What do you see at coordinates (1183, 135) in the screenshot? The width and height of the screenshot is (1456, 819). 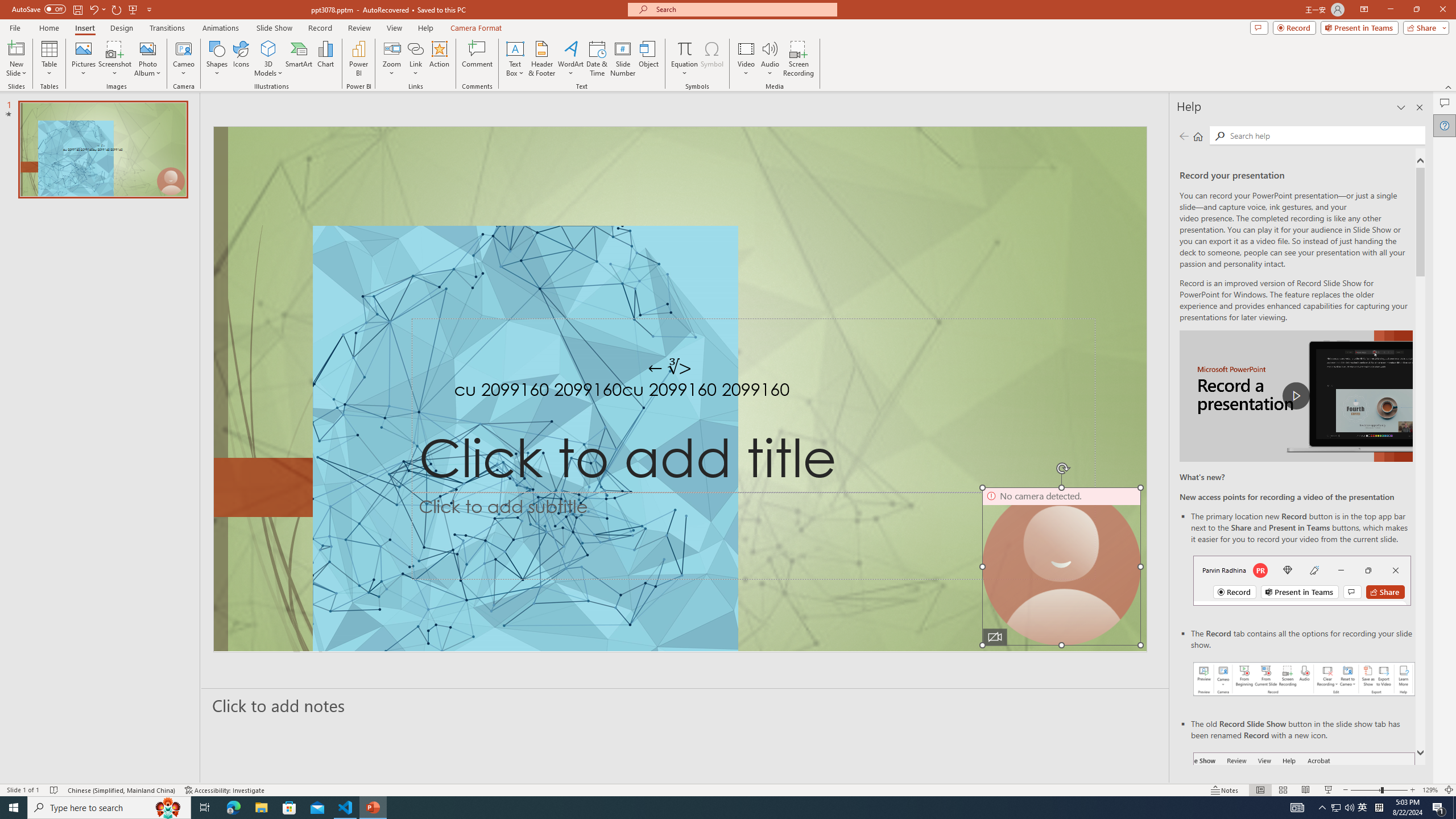 I see `'Previous page'` at bounding box center [1183, 135].